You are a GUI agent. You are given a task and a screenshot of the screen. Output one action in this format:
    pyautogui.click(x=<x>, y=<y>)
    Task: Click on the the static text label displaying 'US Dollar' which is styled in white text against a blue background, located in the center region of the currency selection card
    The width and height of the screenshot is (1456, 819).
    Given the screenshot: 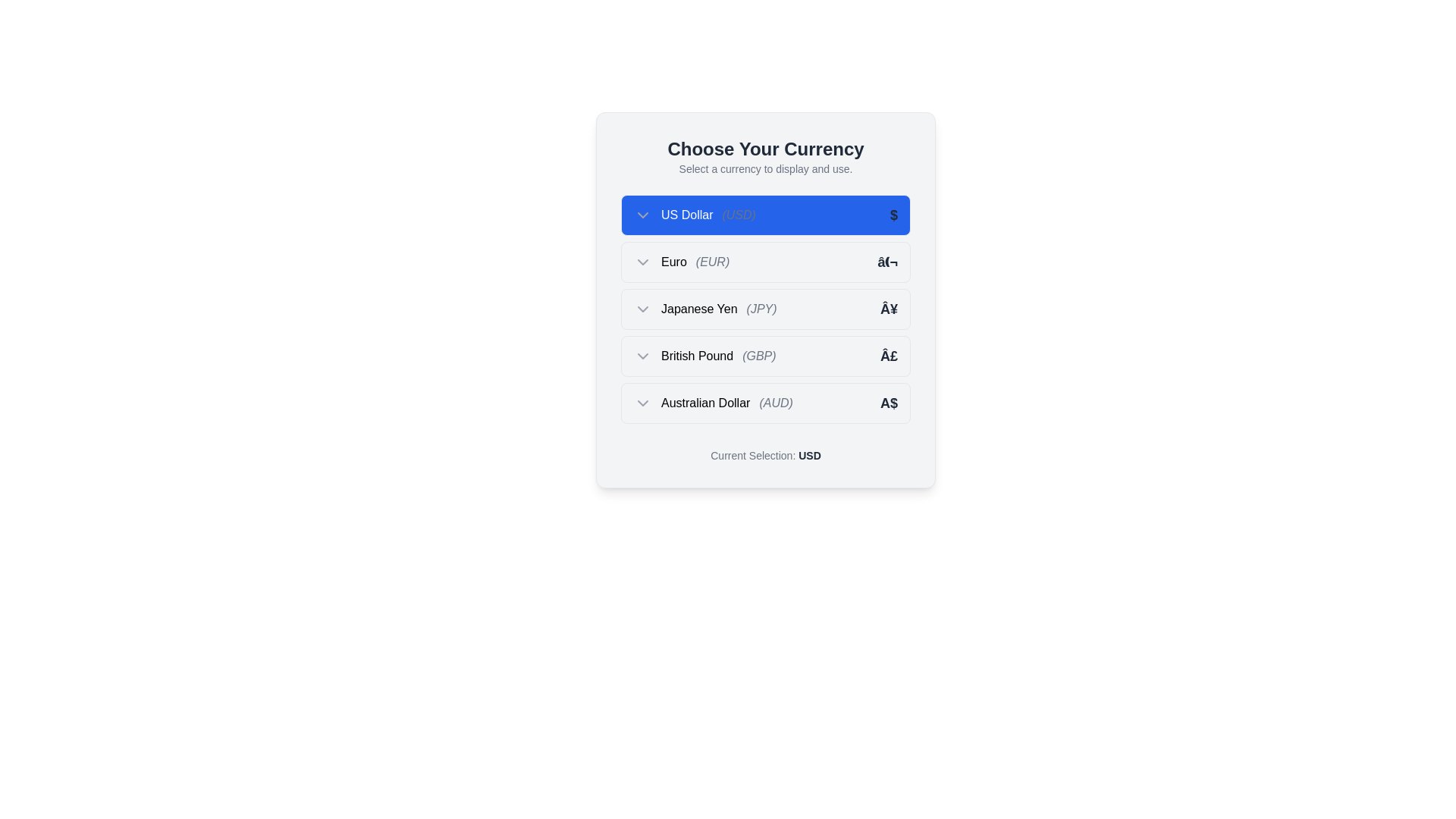 What is the action you would take?
    pyautogui.click(x=686, y=215)
    